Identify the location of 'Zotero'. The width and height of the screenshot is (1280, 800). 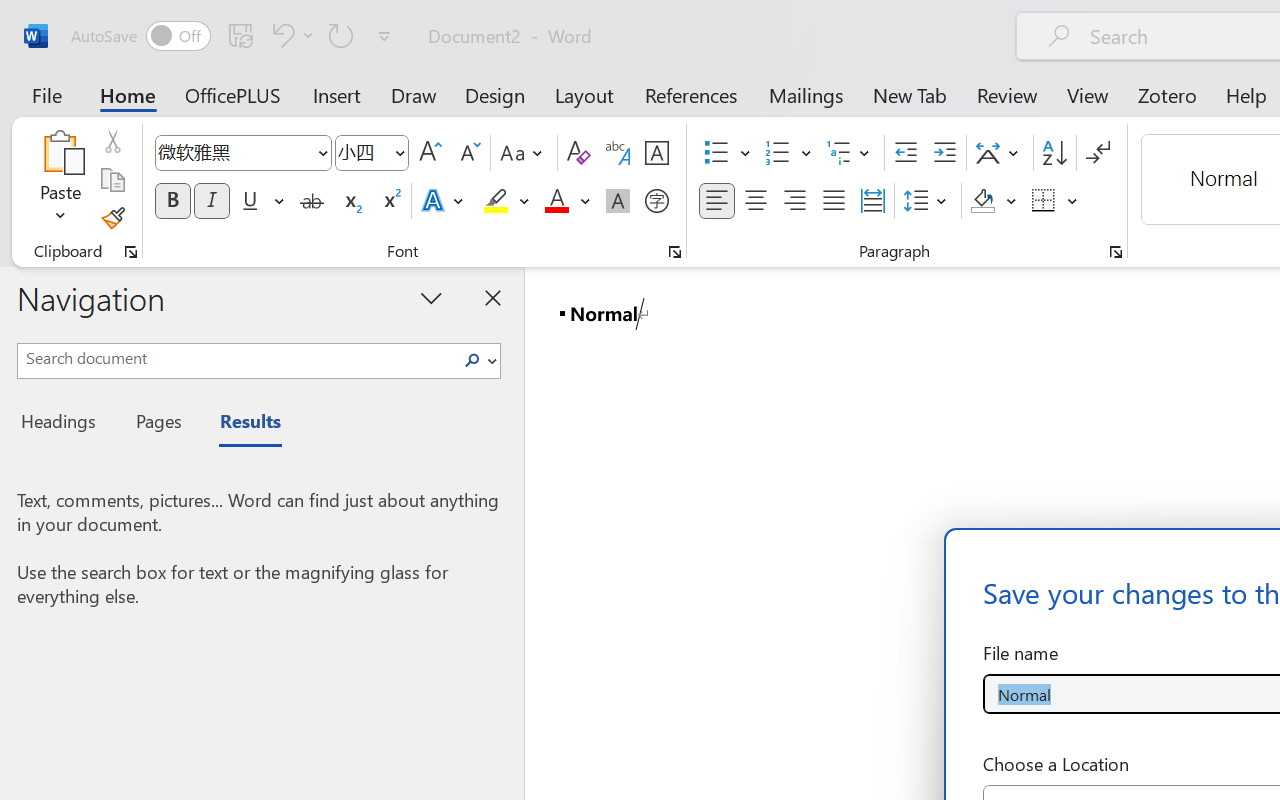
(1167, 94).